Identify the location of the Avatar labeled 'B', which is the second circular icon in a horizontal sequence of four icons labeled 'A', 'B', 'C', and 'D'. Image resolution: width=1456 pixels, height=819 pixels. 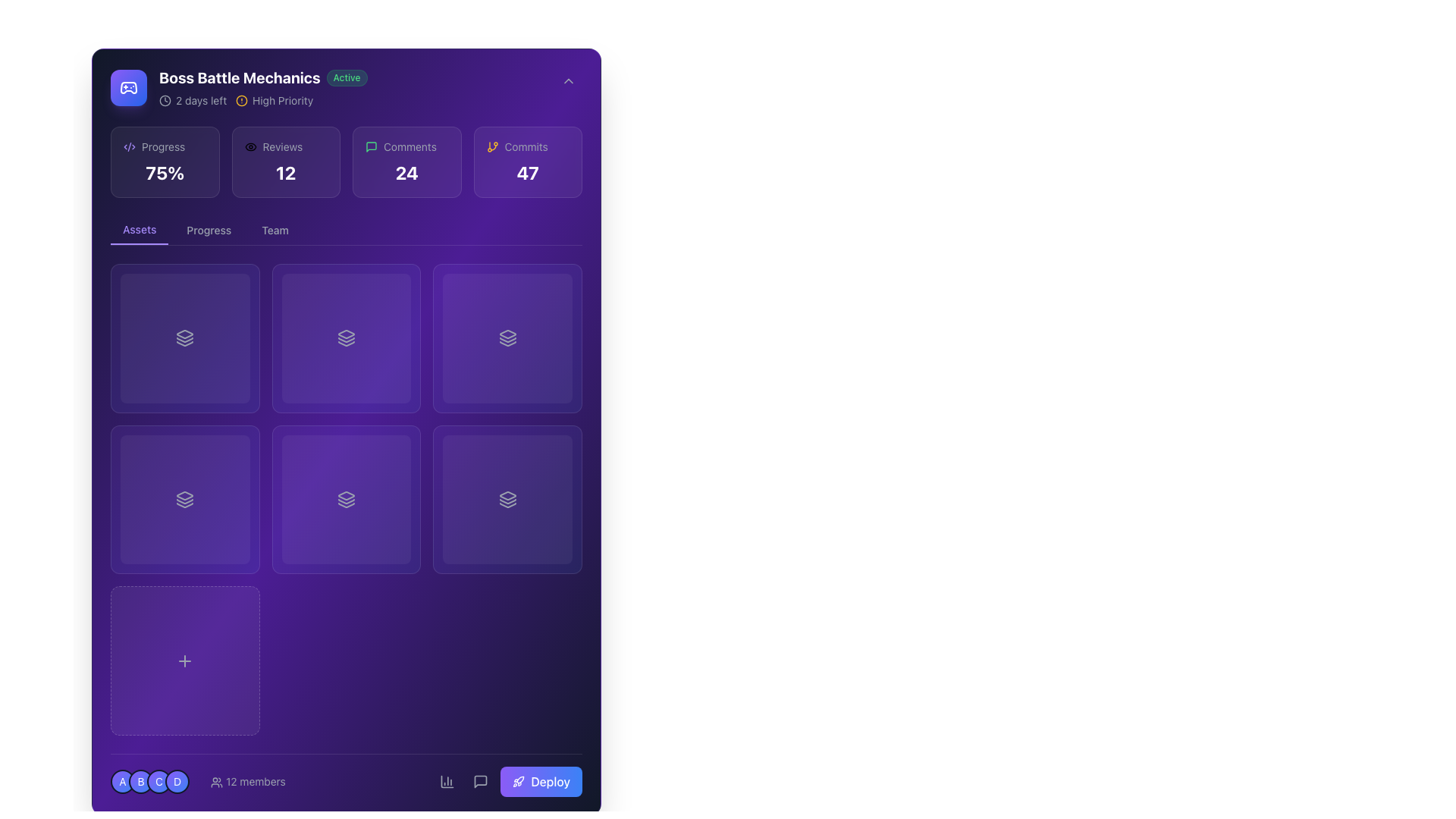
(141, 781).